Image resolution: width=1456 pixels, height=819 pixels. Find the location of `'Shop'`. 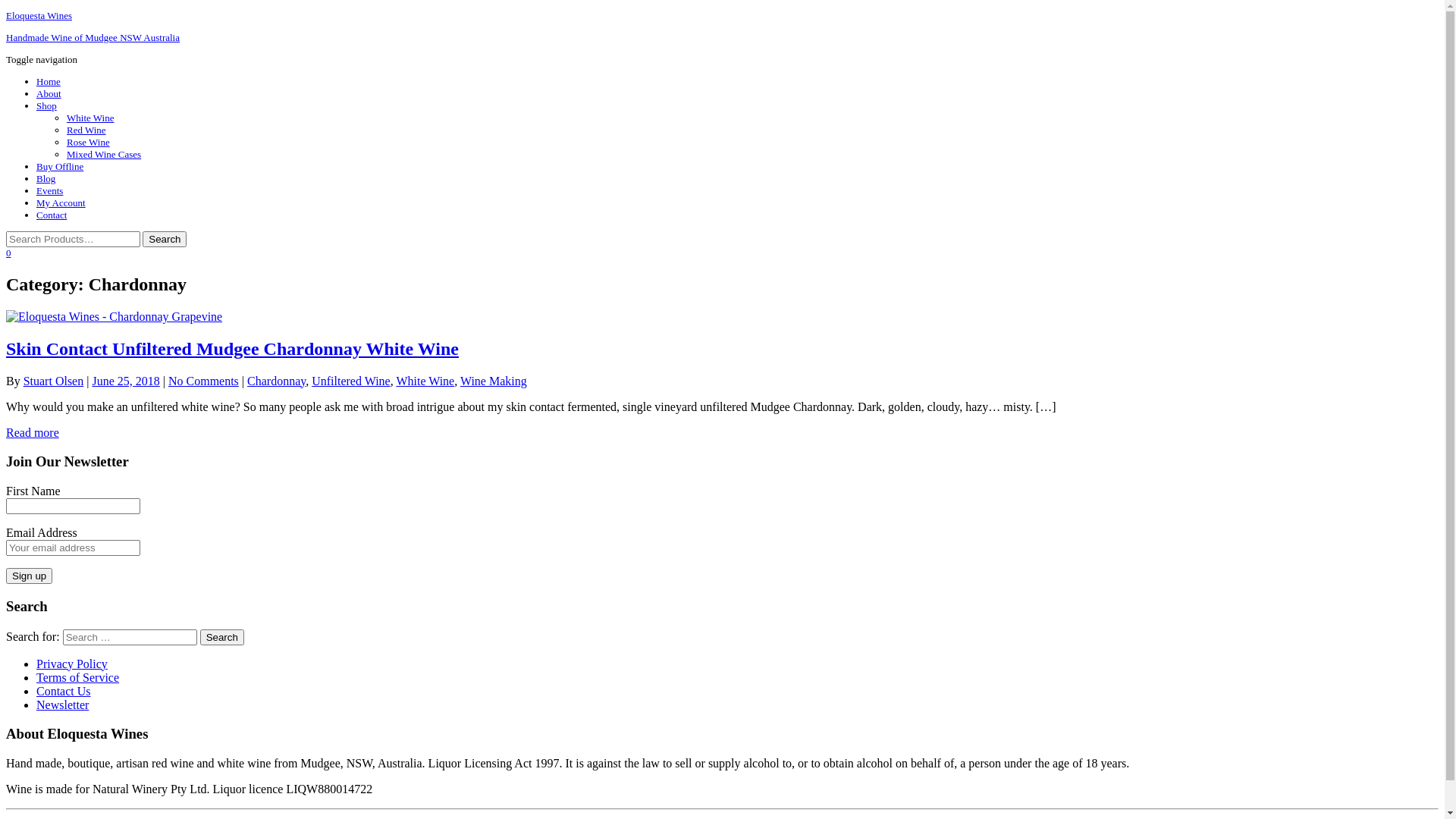

'Shop' is located at coordinates (46, 105).